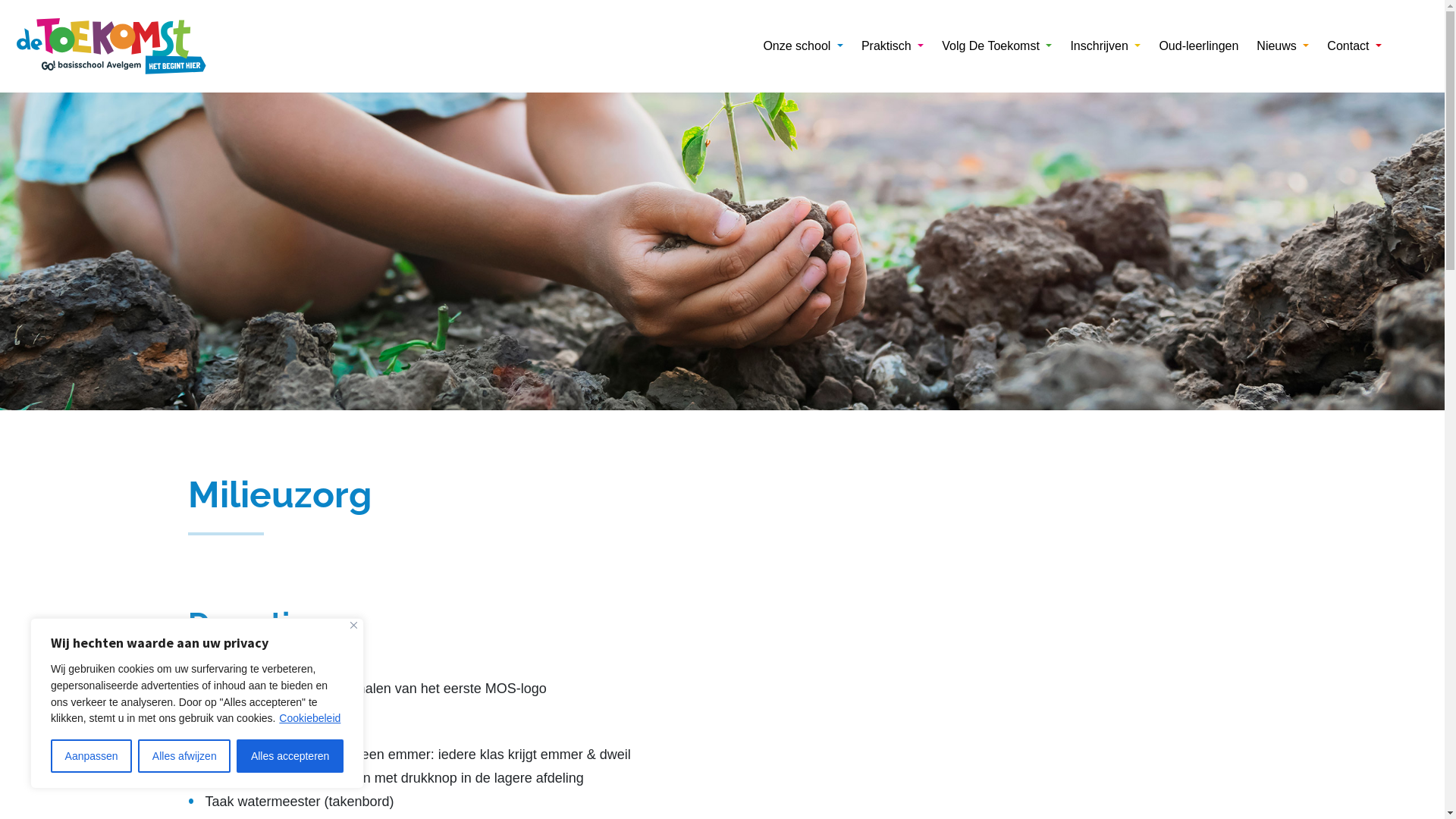 The image size is (1456, 819). Describe the element at coordinates (290, 755) in the screenshot. I see `'Alles accepteren'` at that location.